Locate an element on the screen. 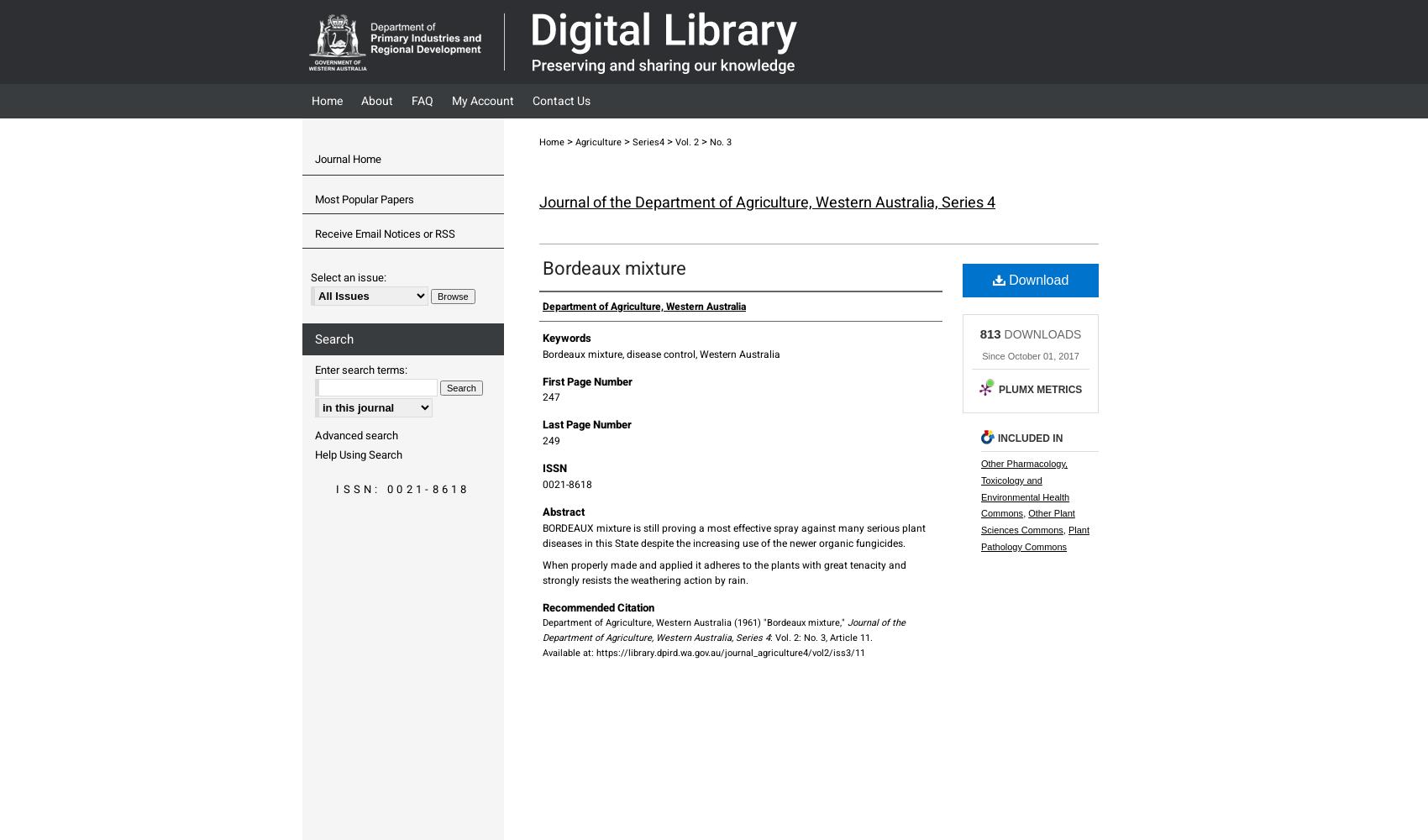 The image size is (1428, 840). 'Plant Pathology Commons' is located at coordinates (1034, 538).